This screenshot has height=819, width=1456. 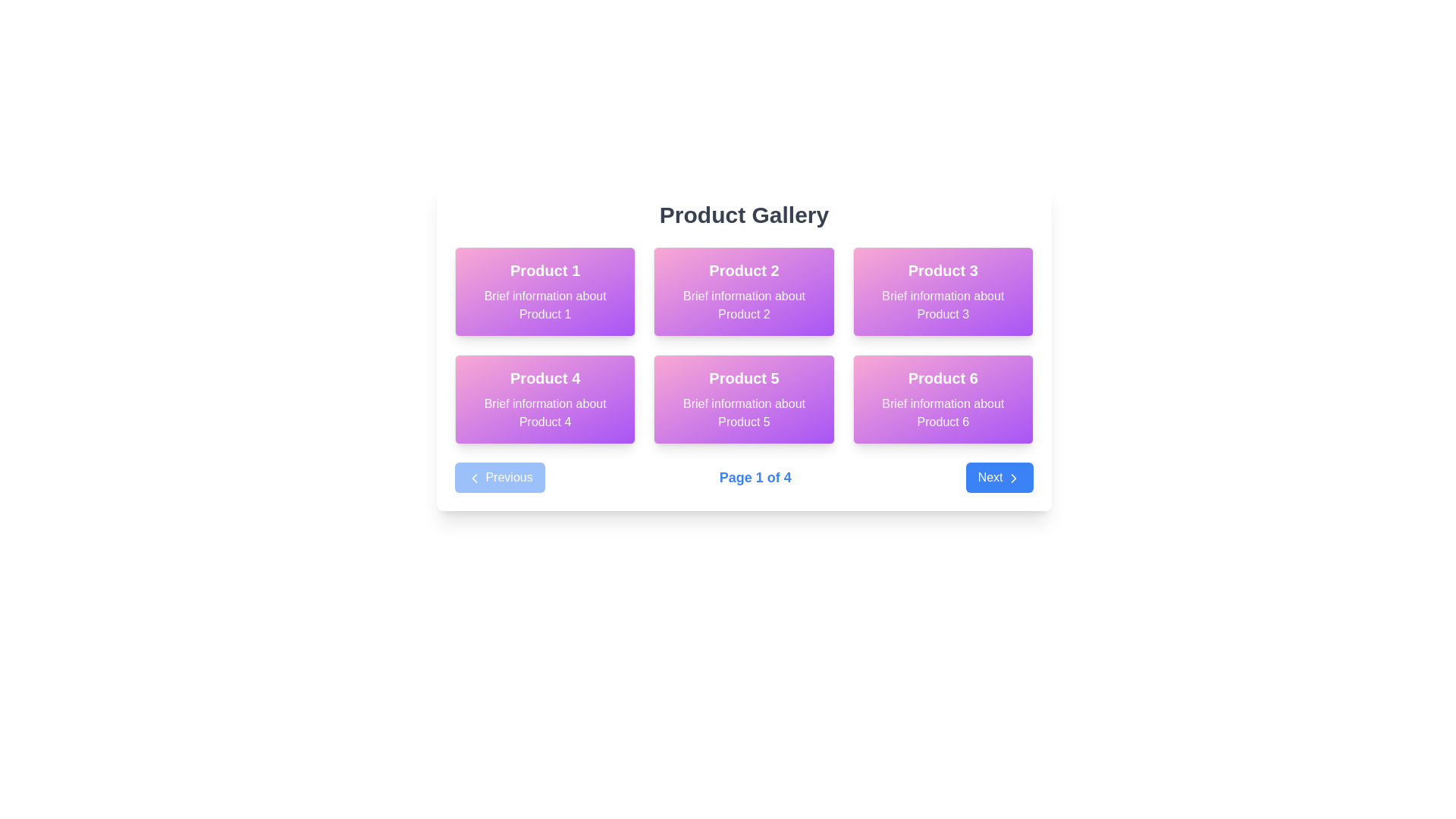 What do you see at coordinates (744, 413) in the screenshot?
I see `text label displaying 'Brief information about Product 5', which is styled in white font on a gradient background and located below the title 'Product 5'` at bounding box center [744, 413].